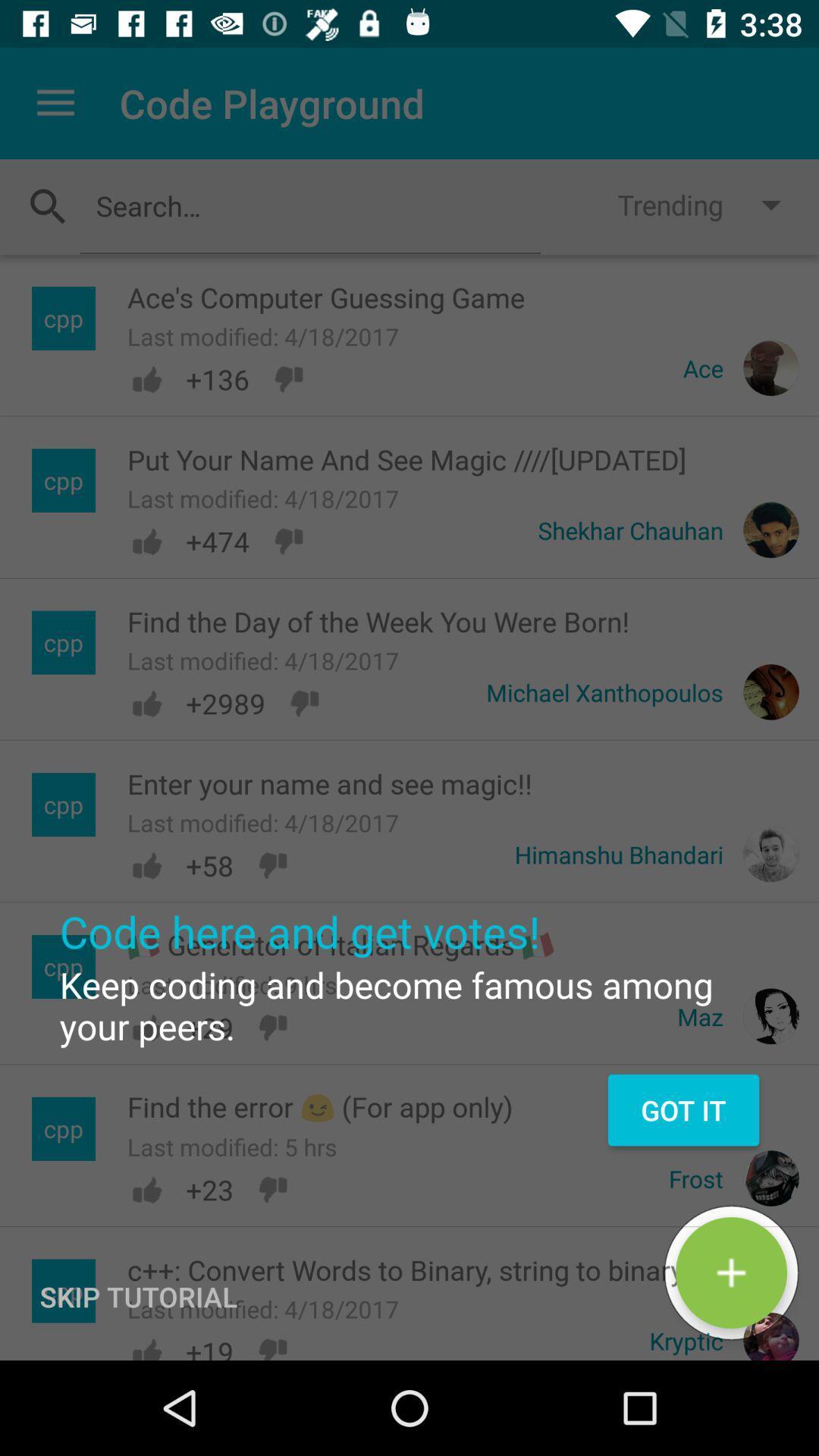 The height and width of the screenshot is (1456, 819). Describe the element at coordinates (730, 1272) in the screenshot. I see `the add icon` at that location.